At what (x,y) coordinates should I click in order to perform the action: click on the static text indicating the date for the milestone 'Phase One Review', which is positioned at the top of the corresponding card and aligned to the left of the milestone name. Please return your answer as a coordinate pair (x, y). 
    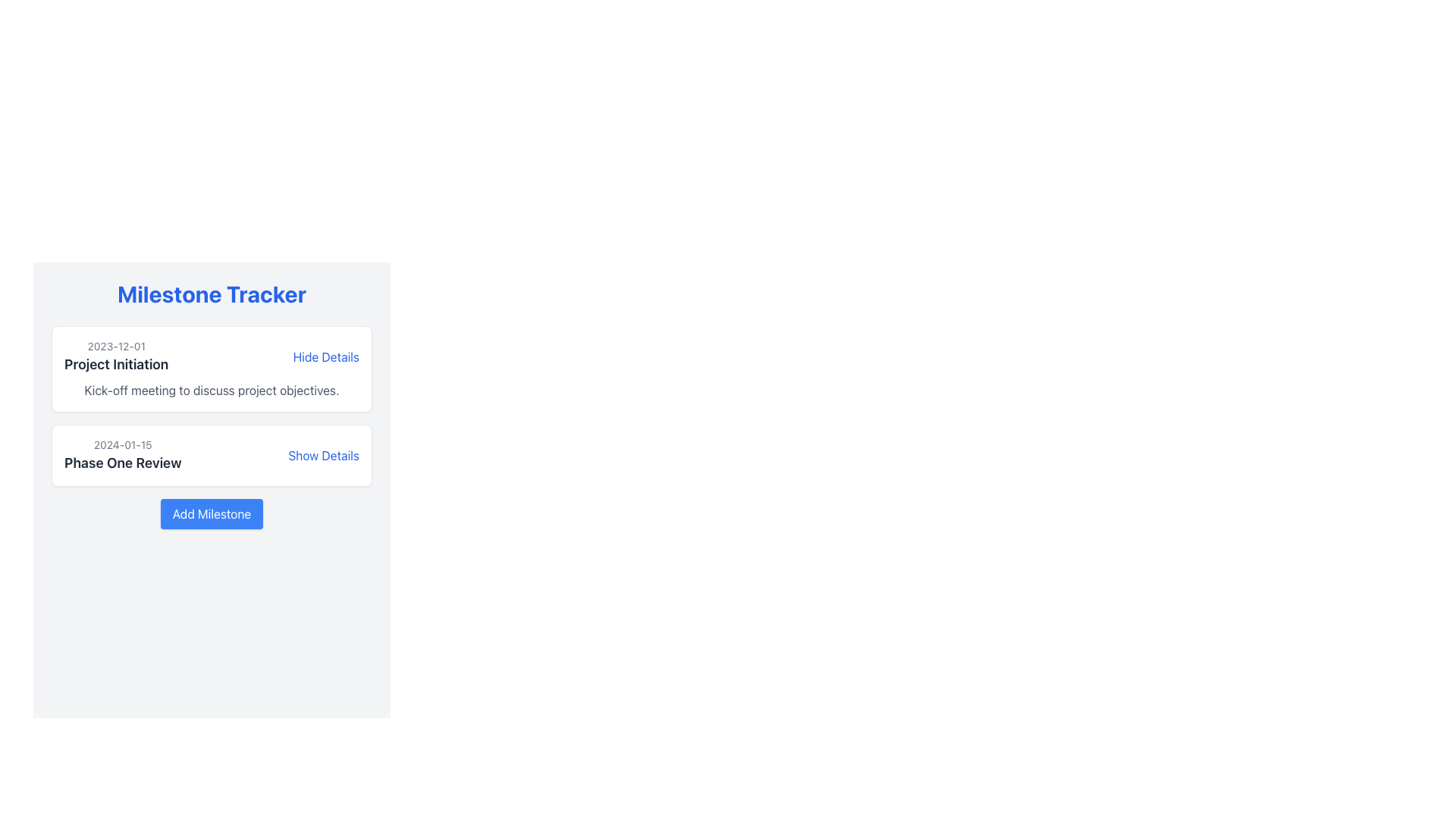
    Looking at the image, I should click on (123, 444).